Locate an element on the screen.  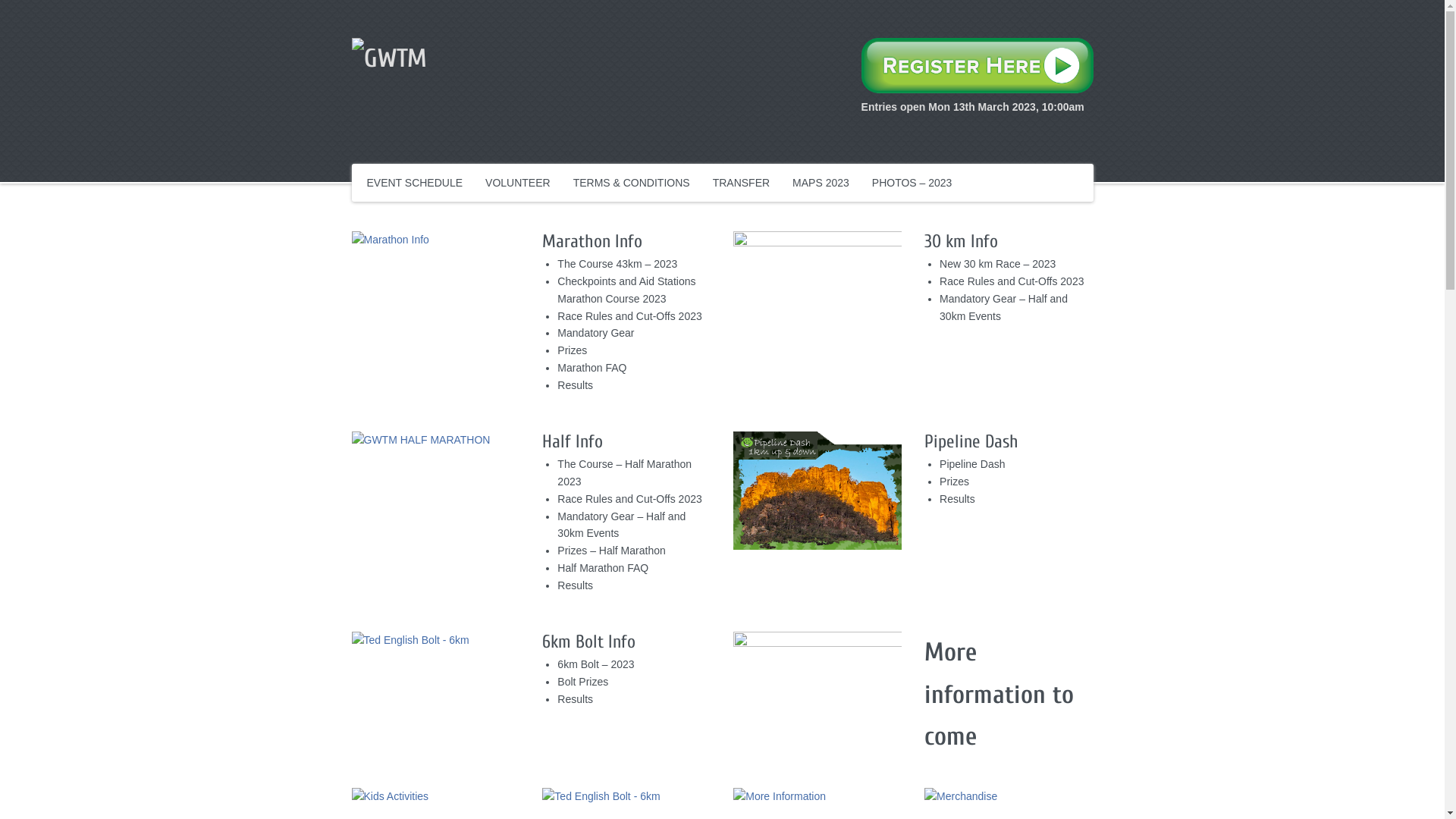
'Marathon FAQ' is located at coordinates (556, 368).